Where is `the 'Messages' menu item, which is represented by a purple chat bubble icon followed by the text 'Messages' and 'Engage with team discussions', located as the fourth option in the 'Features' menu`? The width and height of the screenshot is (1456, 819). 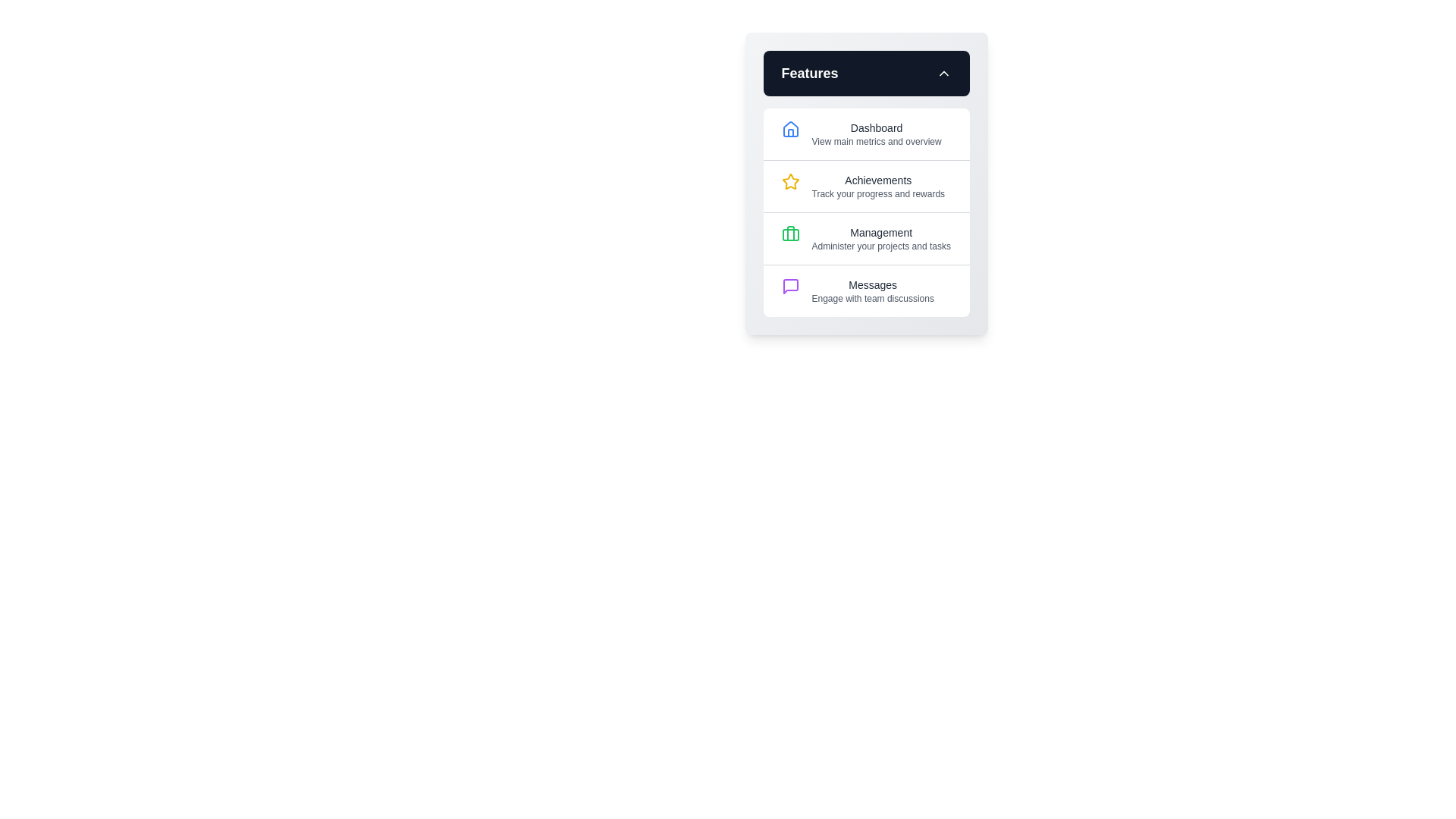 the 'Messages' menu item, which is represented by a purple chat bubble icon followed by the text 'Messages' and 'Engage with team discussions', located as the fourth option in the 'Features' menu is located at coordinates (866, 290).